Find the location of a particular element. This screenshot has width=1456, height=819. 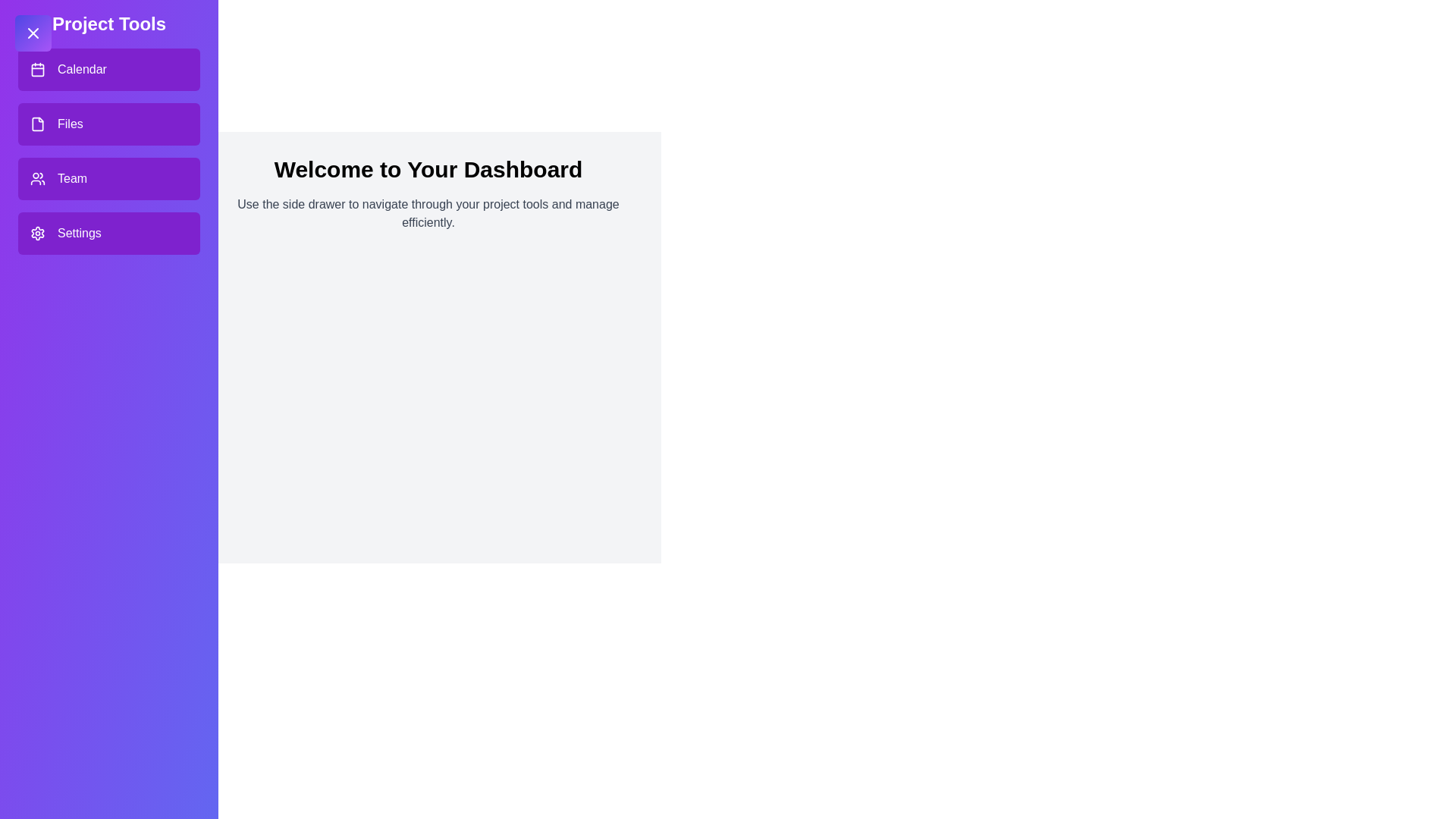

the tool Team in the drawer to select it is located at coordinates (108, 177).